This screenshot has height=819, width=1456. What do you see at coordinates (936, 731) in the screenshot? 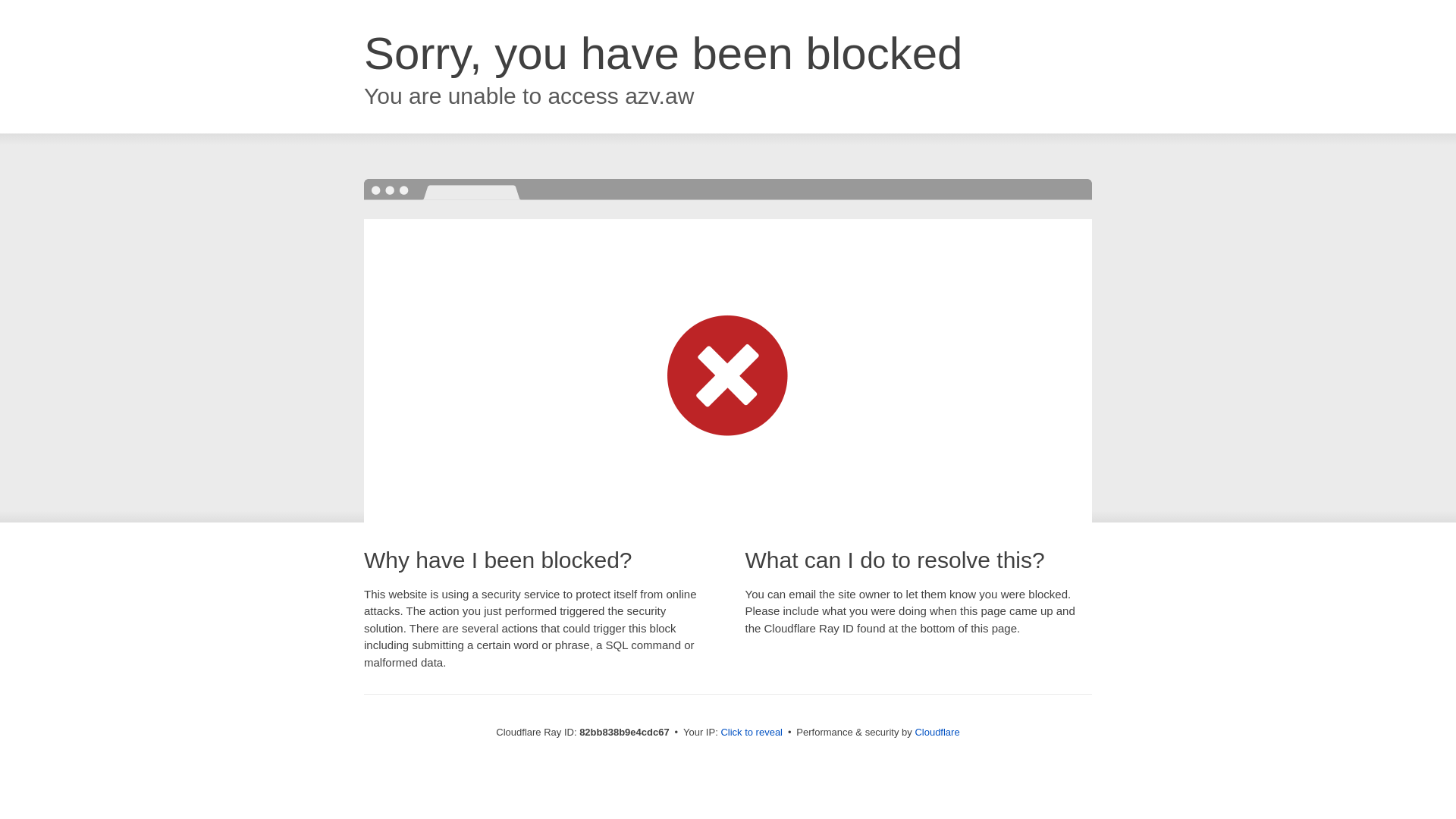
I see `'Cloudflare'` at bounding box center [936, 731].